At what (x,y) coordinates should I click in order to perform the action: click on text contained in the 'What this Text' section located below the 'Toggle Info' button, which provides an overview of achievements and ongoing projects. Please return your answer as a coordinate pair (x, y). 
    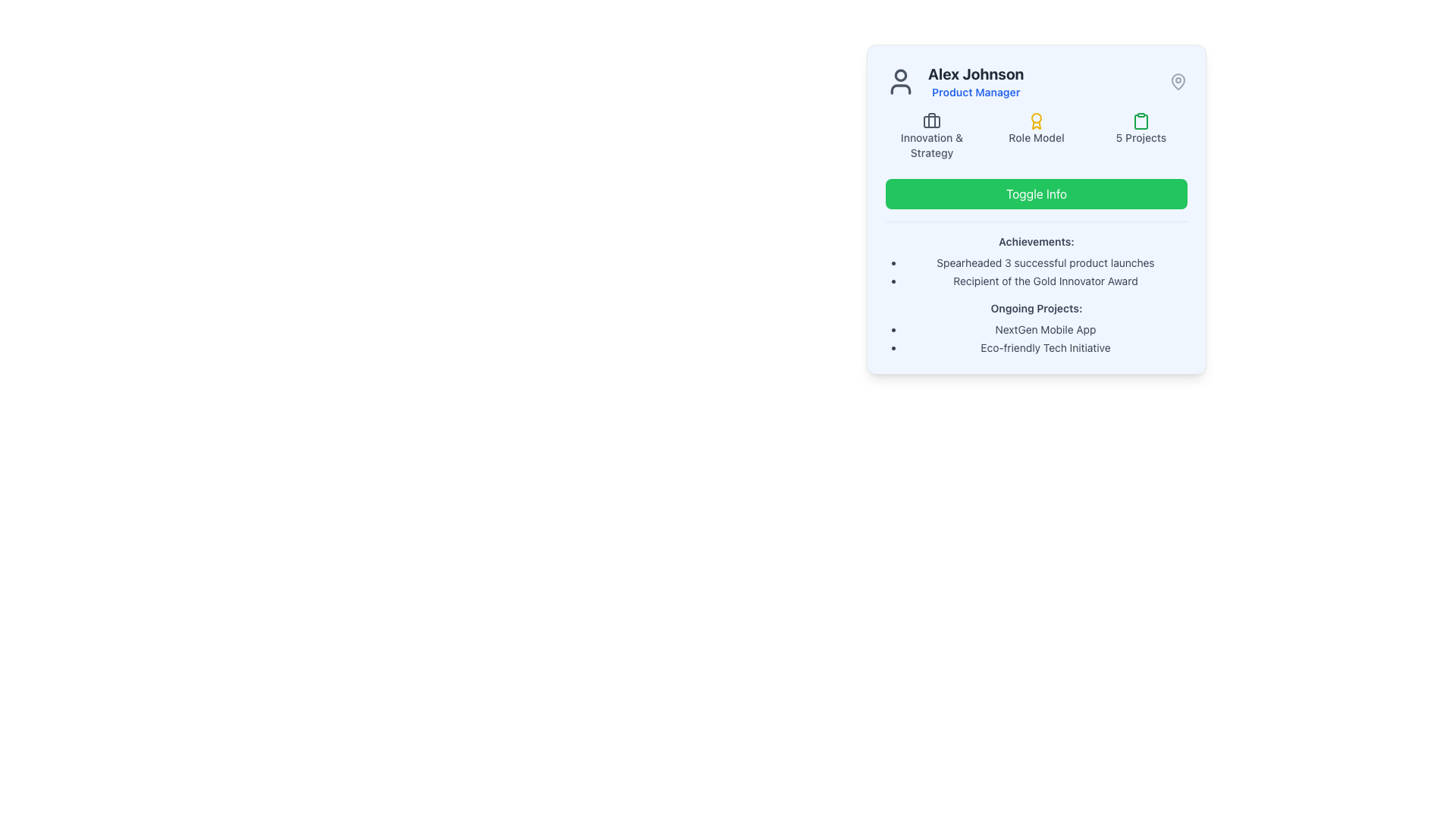
    Looking at the image, I should click on (1036, 288).